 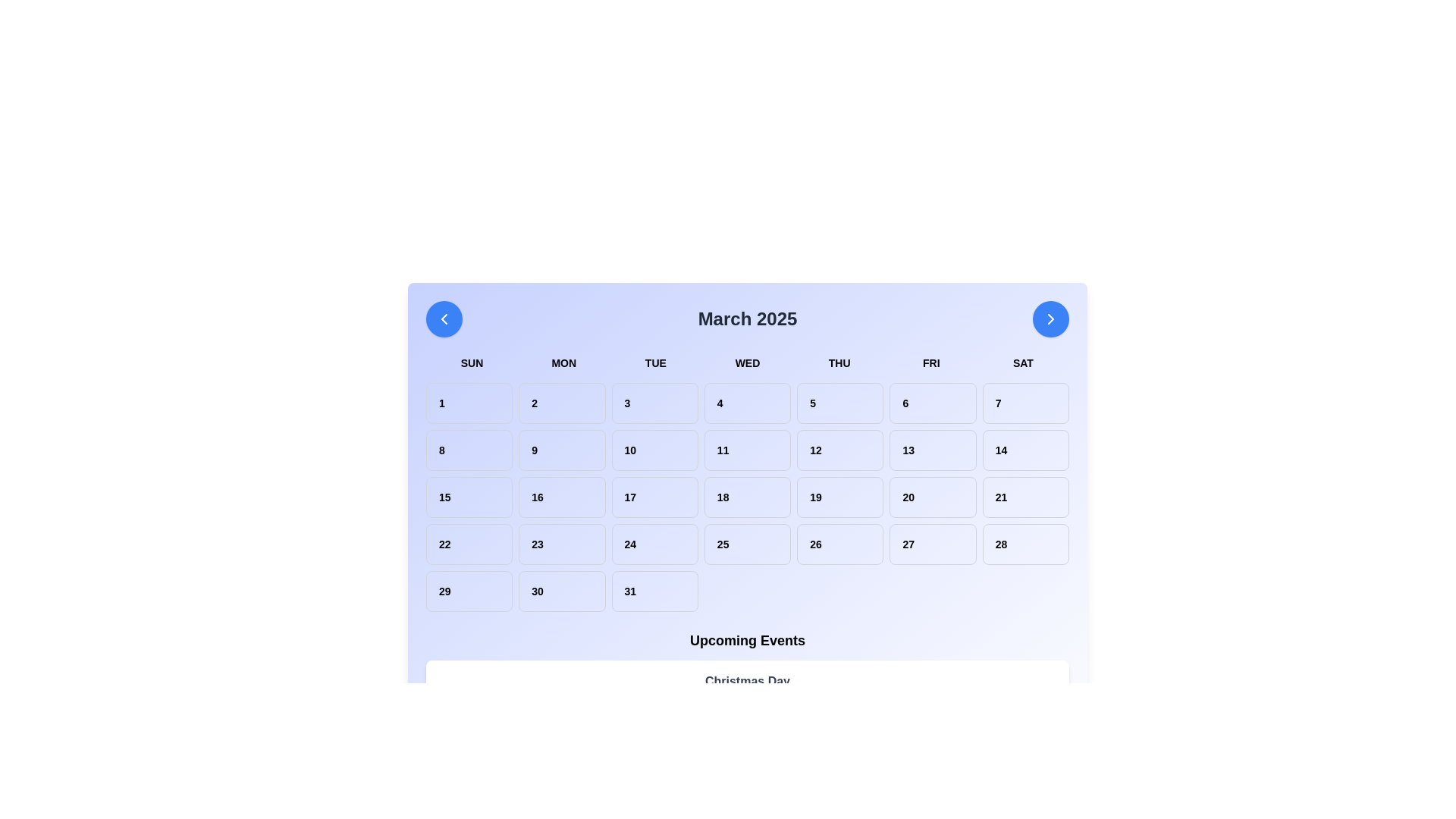 What do you see at coordinates (469, 403) in the screenshot?
I see `the calendar date cell displaying the day number '1'` at bounding box center [469, 403].